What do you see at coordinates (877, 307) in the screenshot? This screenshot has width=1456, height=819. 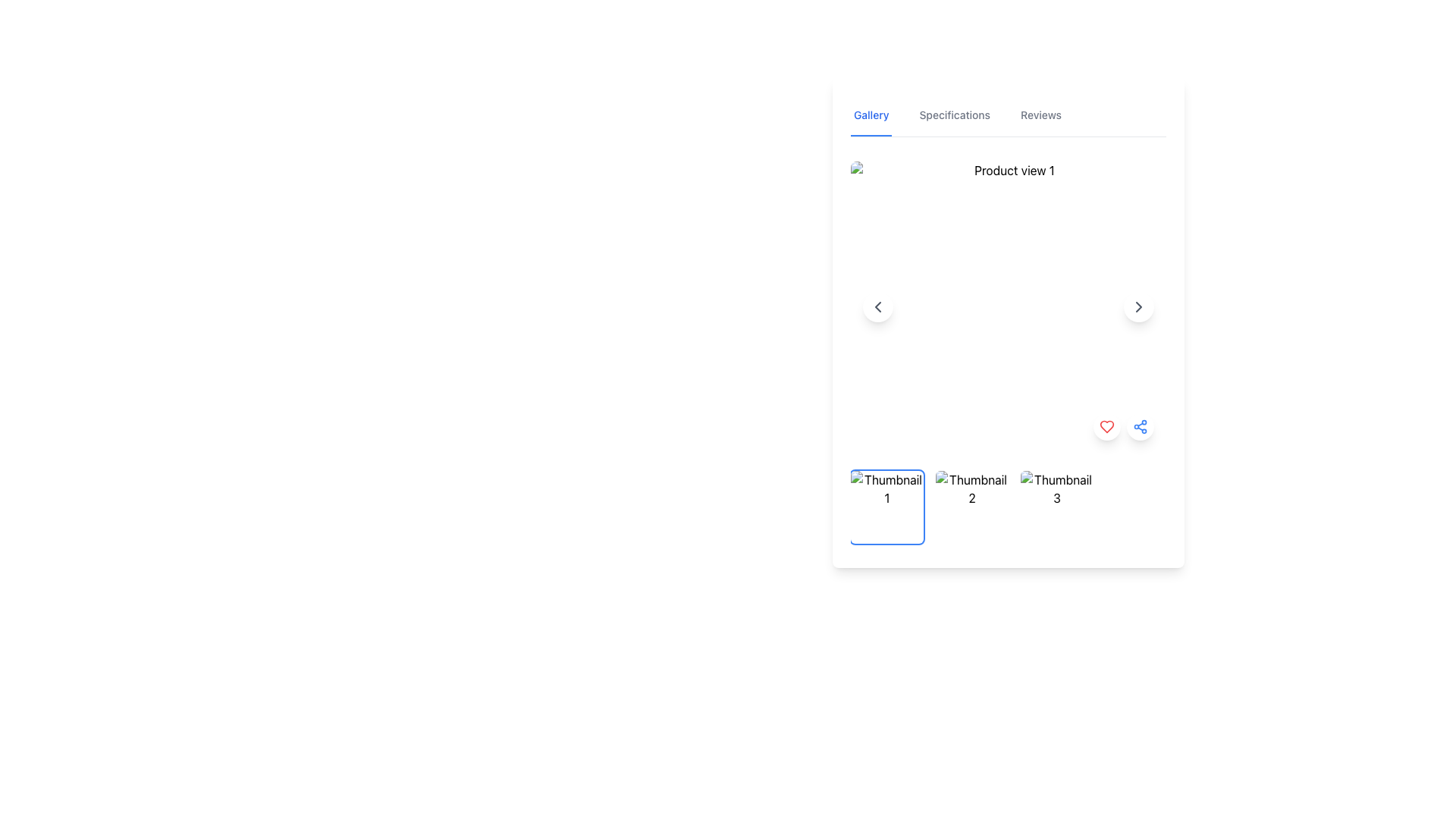 I see `the circular button with a white background and a leftward-pointing gray chevron icon` at bounding box center [877, 307].